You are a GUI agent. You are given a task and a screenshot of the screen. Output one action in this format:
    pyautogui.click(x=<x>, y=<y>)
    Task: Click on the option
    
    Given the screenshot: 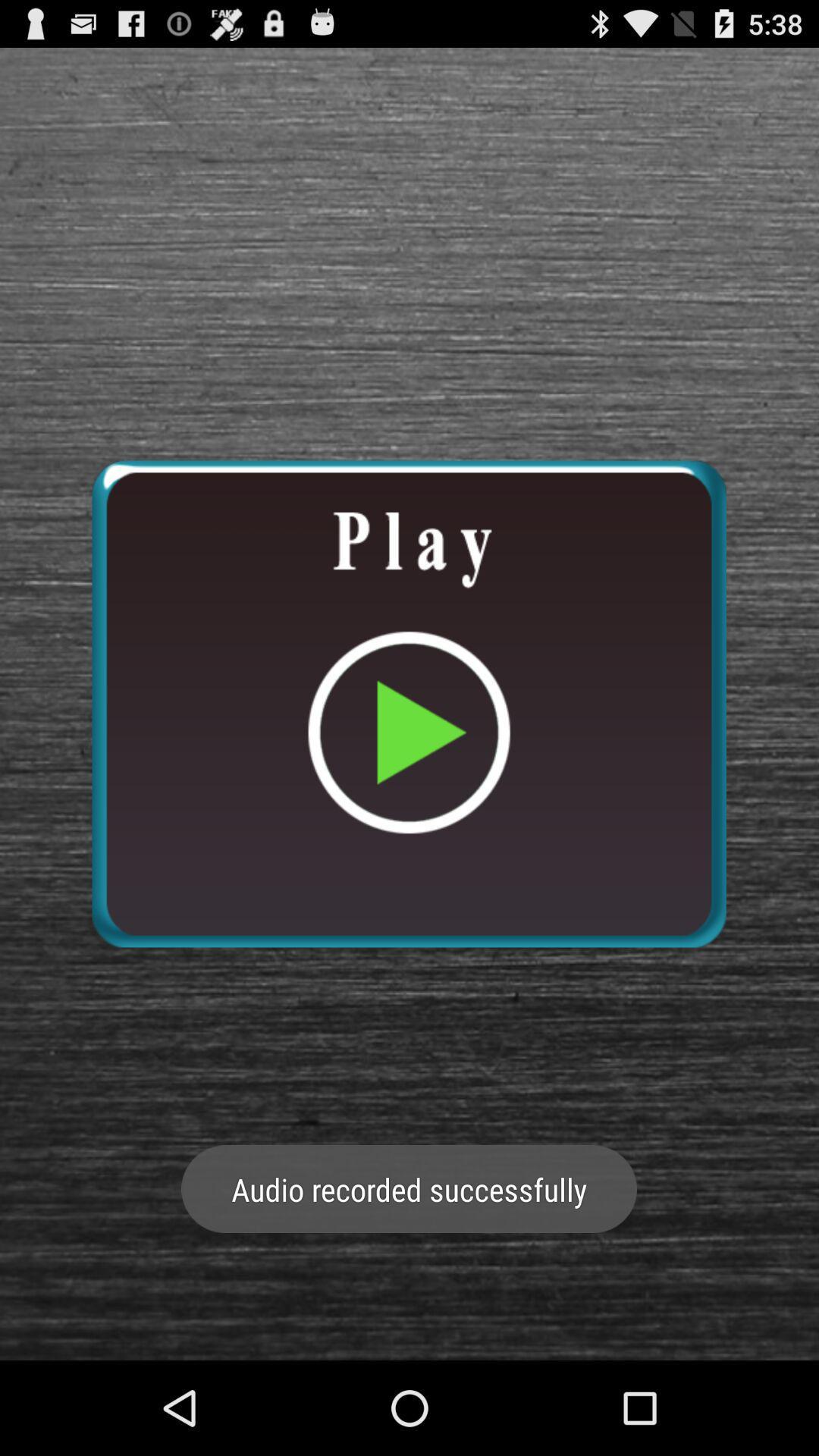 What is the action you would take?
    pyautogui.click(x=408, y=703)
    